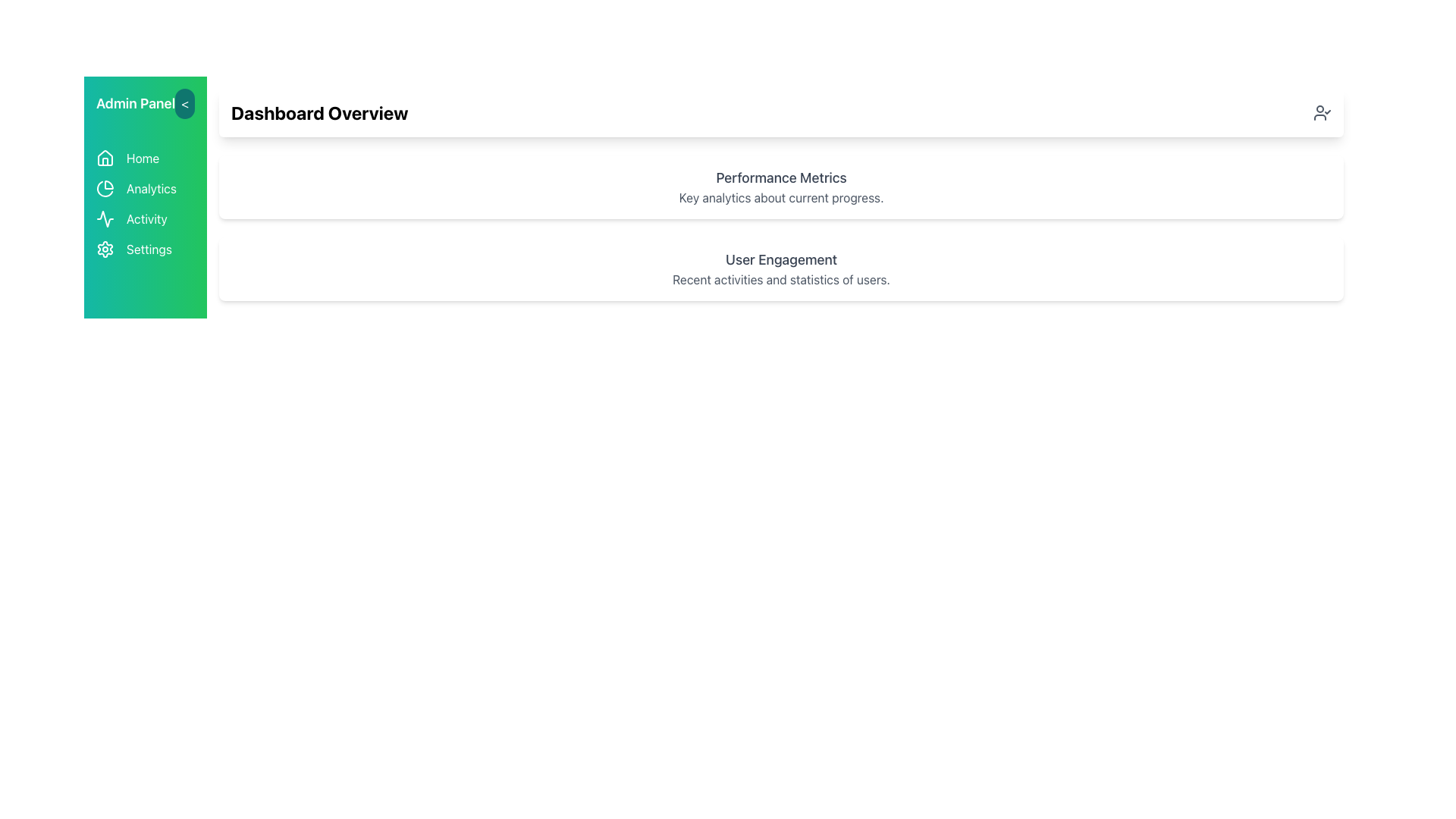 This screenshot has width=1456, height=819. I want to click on the informational card that displays user engagement activities and statistics, located below the 'Performance Metrics' card in the dashboard layout, so click(781, 268).